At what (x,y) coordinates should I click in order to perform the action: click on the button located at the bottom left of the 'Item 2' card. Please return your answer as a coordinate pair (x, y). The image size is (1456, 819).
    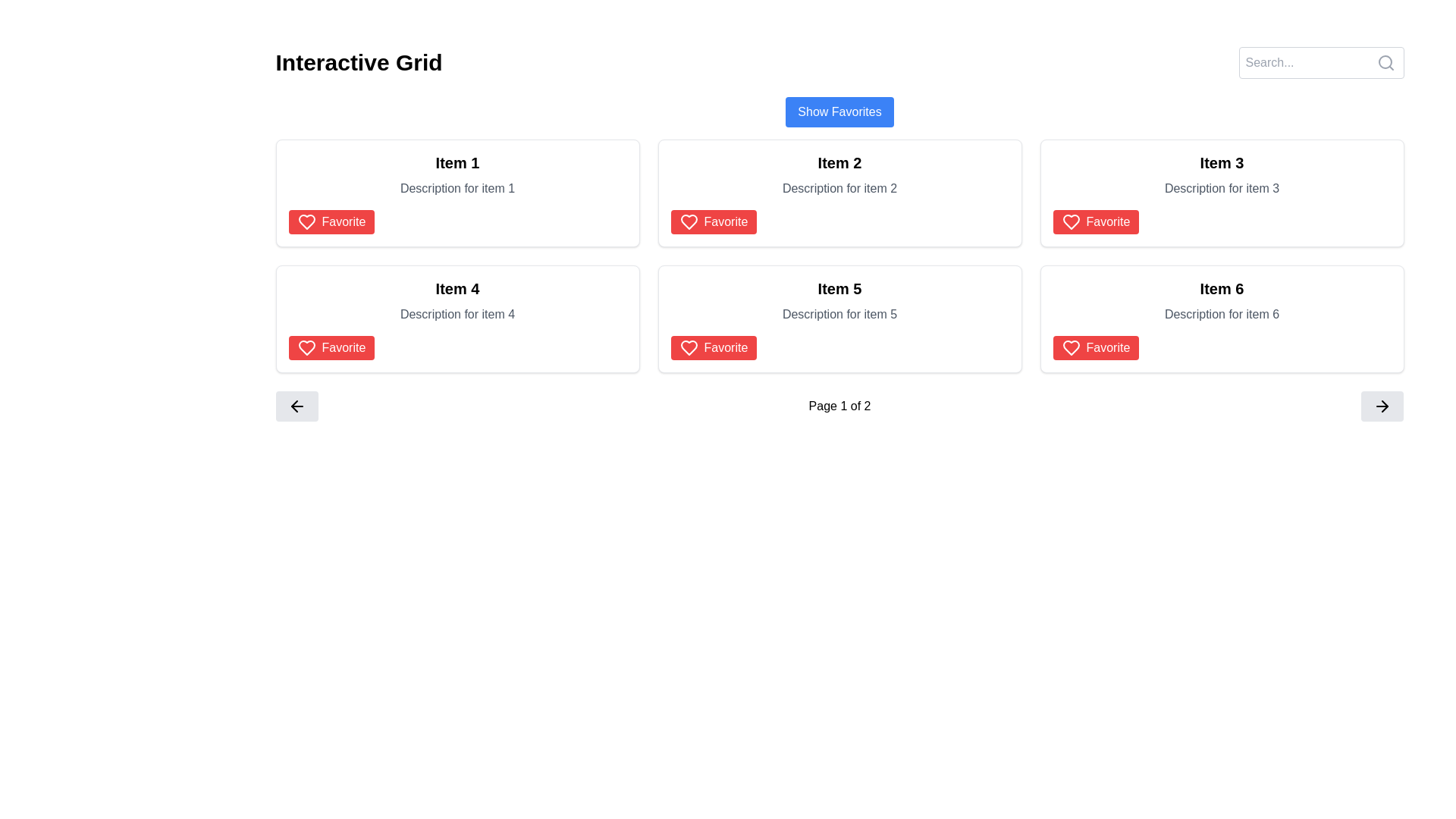
    Looking at the image, I should click on (713, 222).